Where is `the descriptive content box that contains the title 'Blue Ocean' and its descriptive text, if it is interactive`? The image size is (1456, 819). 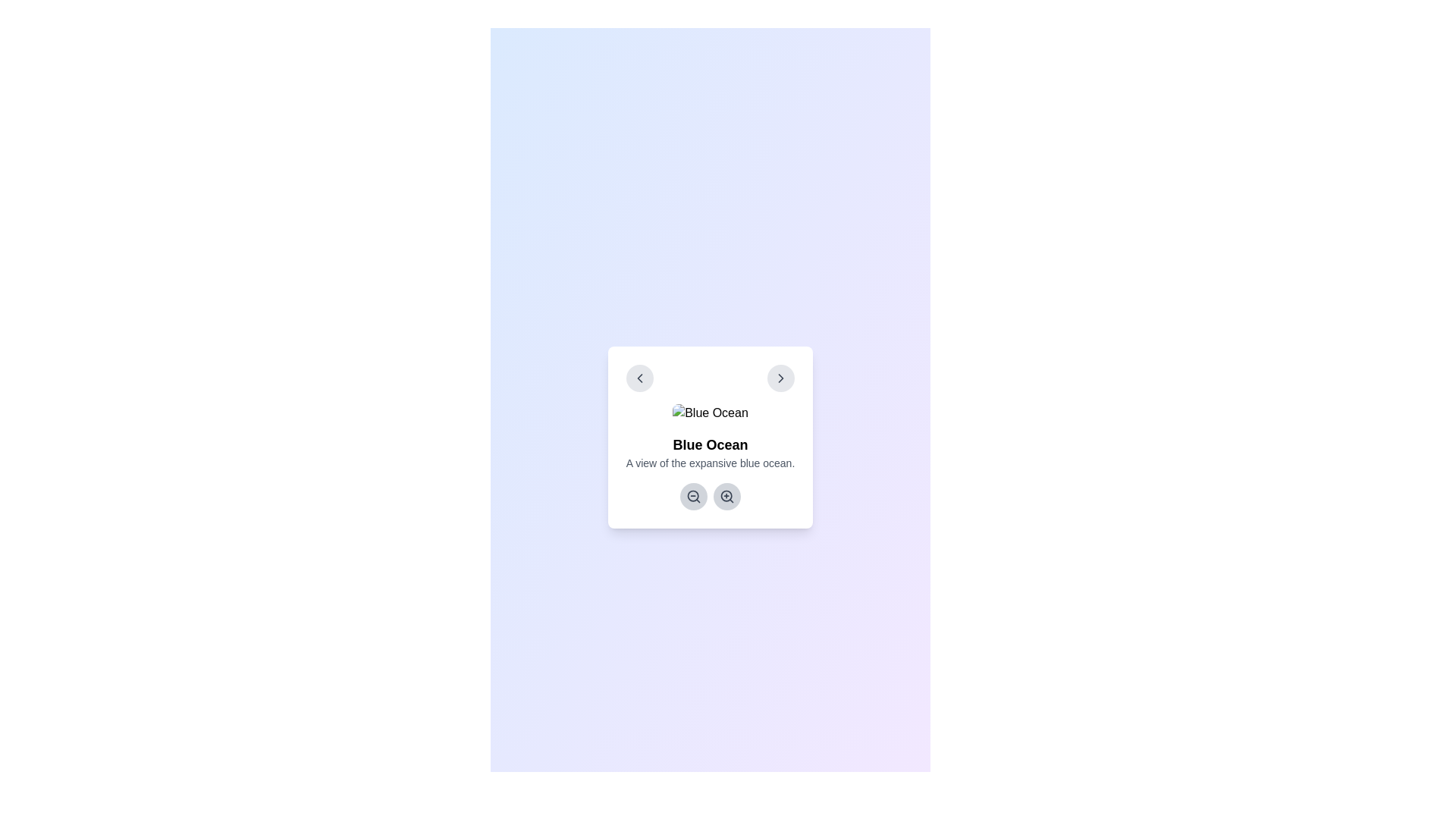 the descriptive content box that contains the title 'Blue Ocean' and its descriptive text, if it is interactive is located at coordinates (709, 438).